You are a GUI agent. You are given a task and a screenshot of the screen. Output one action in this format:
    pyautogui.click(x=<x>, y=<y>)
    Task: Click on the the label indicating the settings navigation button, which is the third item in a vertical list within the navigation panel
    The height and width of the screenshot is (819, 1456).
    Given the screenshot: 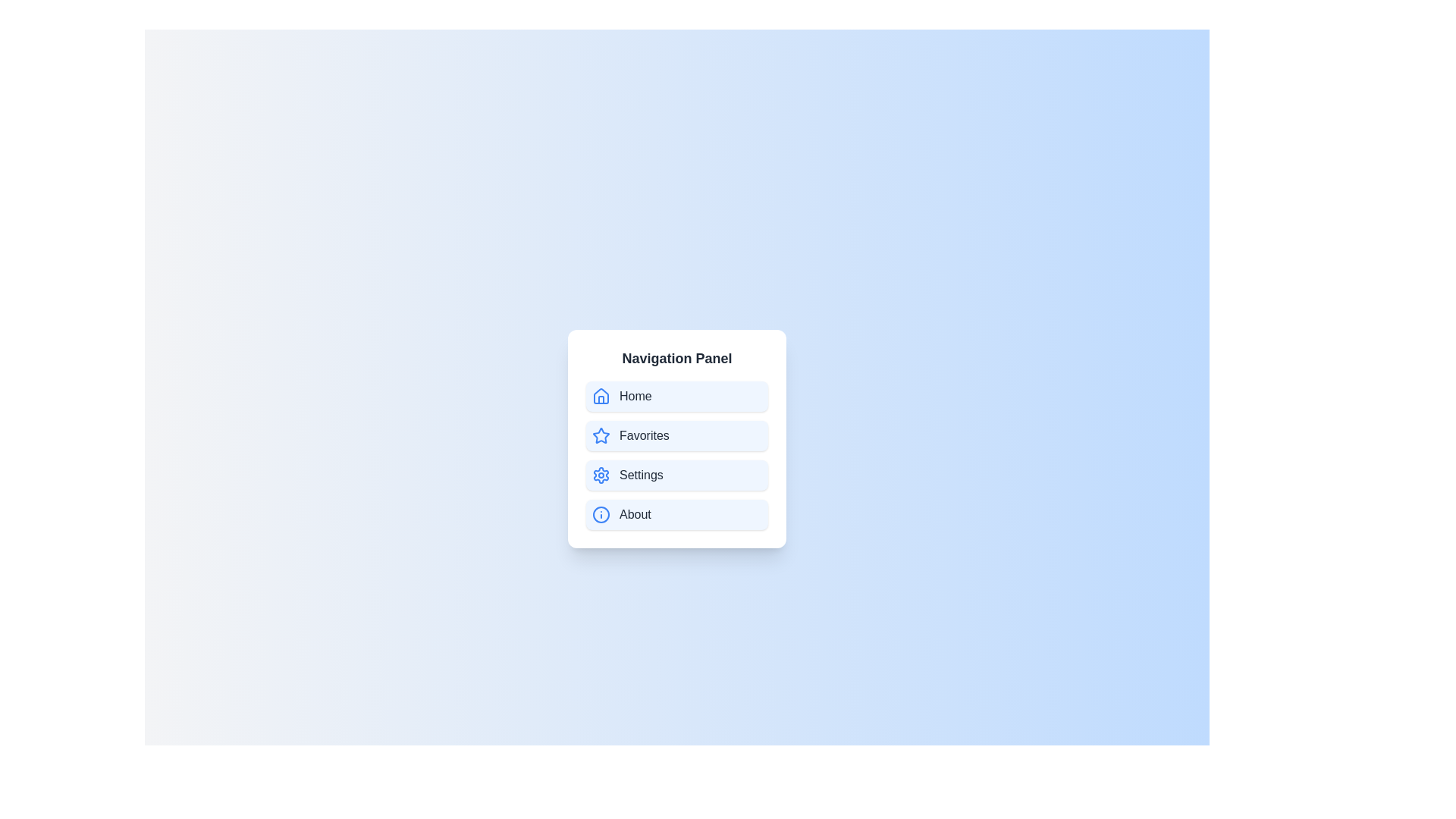 What is the action you would take?
    pyautogui.click(x=641, y=475)
    